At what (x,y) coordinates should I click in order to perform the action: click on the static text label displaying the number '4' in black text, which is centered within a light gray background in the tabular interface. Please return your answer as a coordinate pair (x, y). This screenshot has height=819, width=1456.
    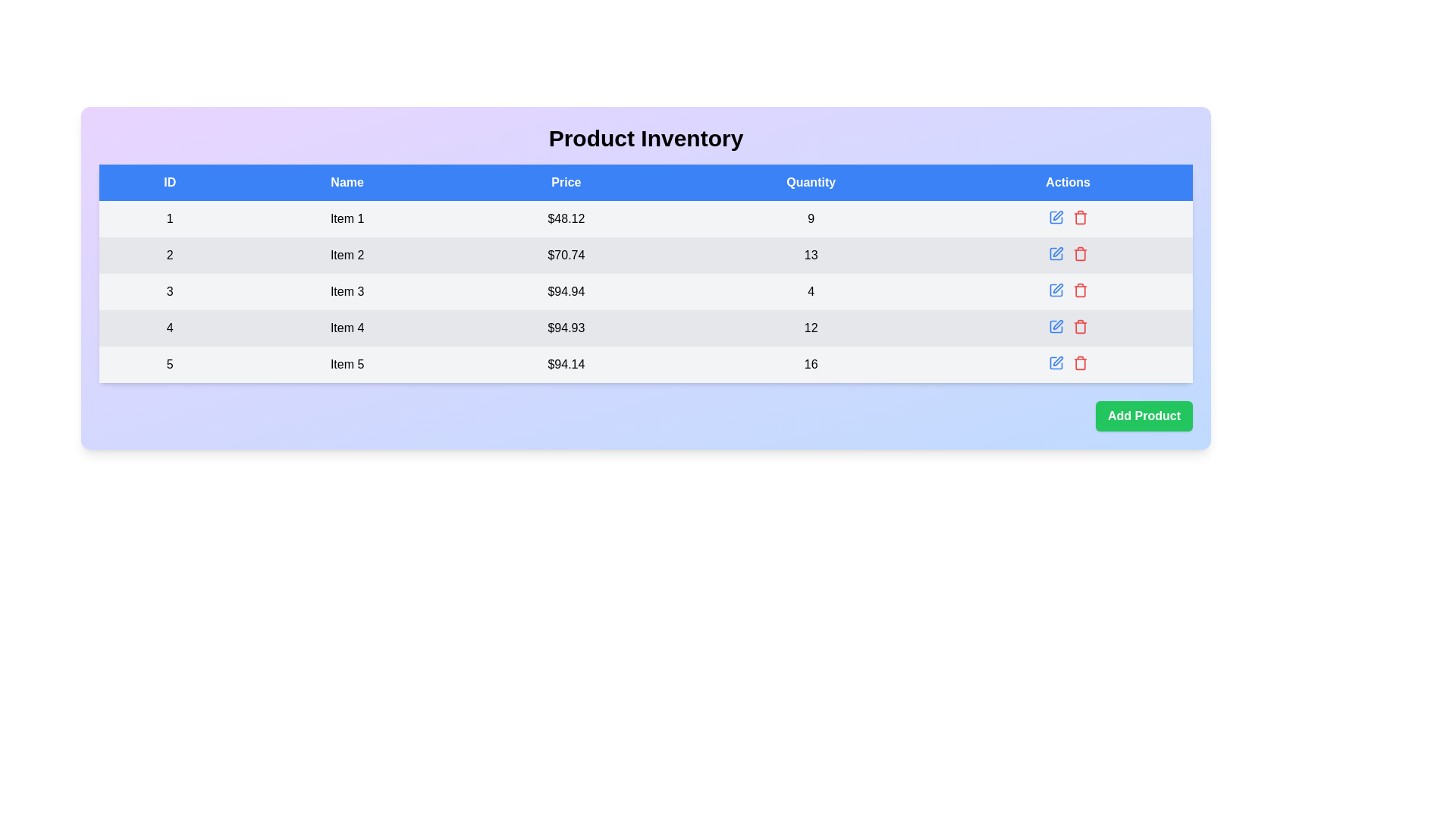
    Looking at the image, I should click on (170, 327).